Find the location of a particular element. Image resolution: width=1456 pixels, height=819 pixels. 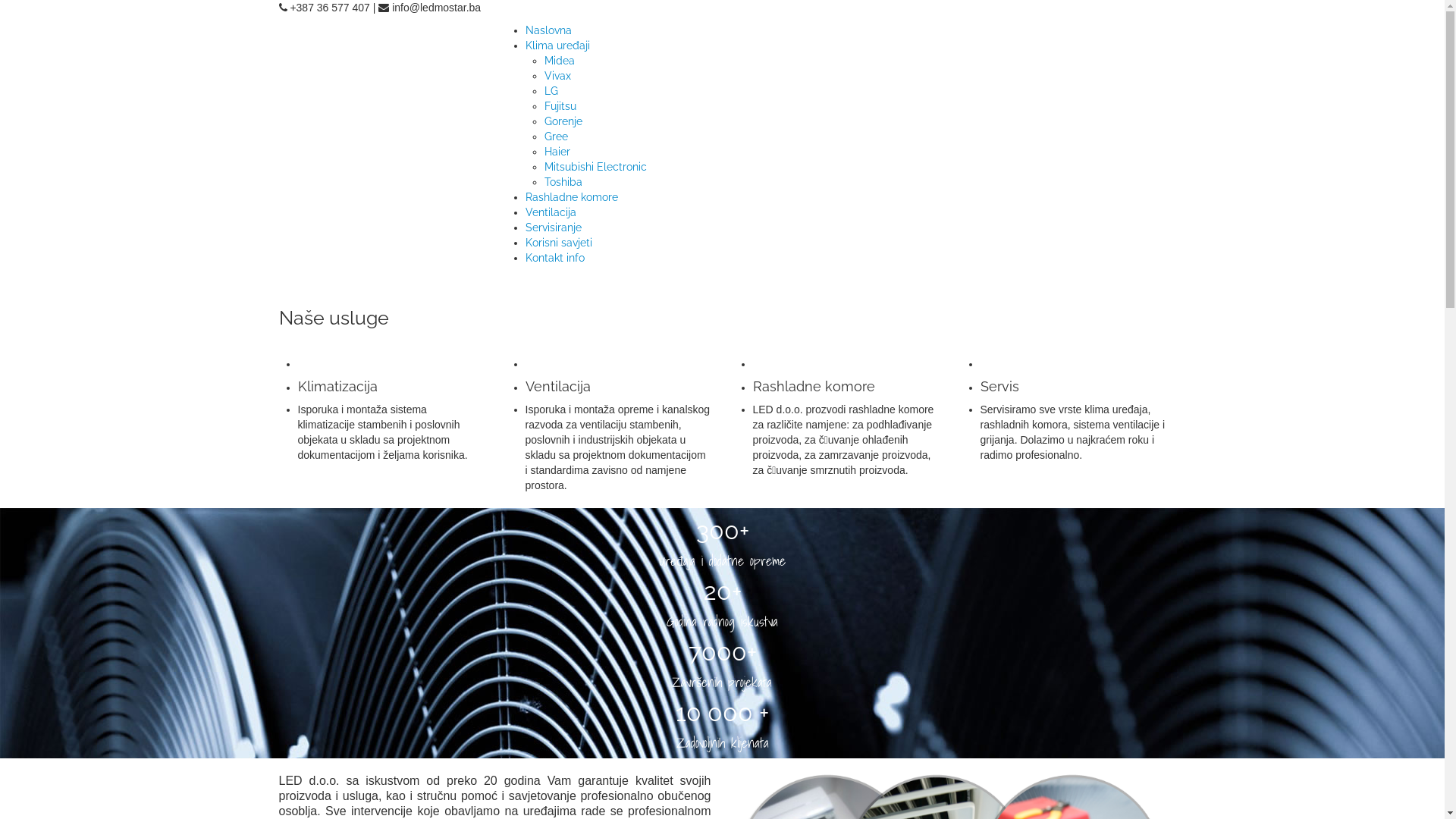

'Servisiranje' is located at coordinates (552, 227).